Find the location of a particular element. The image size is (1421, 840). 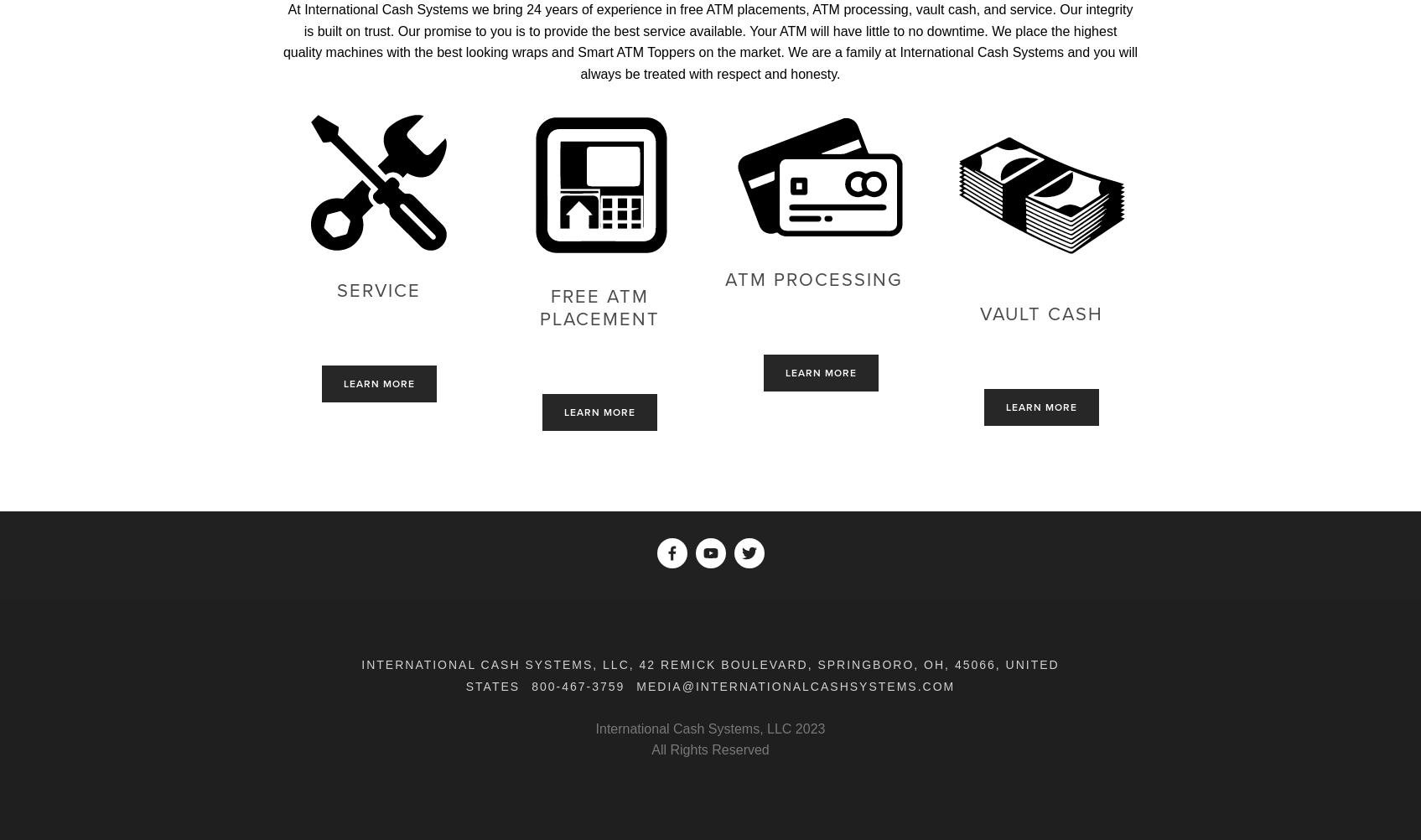

'vault cash' is located at coordinates (1040, 314).